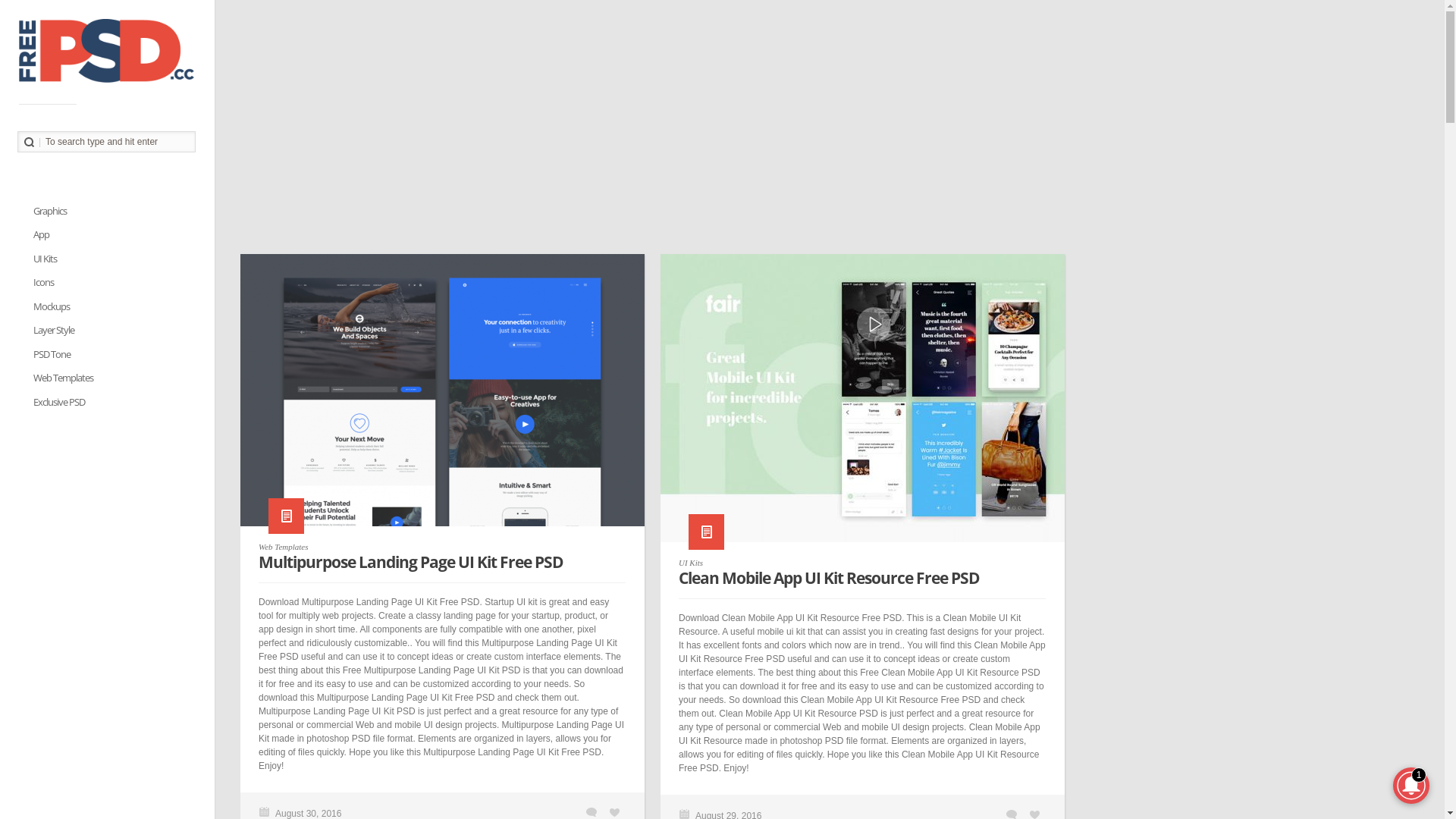  I want to click on 'Mockups', so click(17, 306).